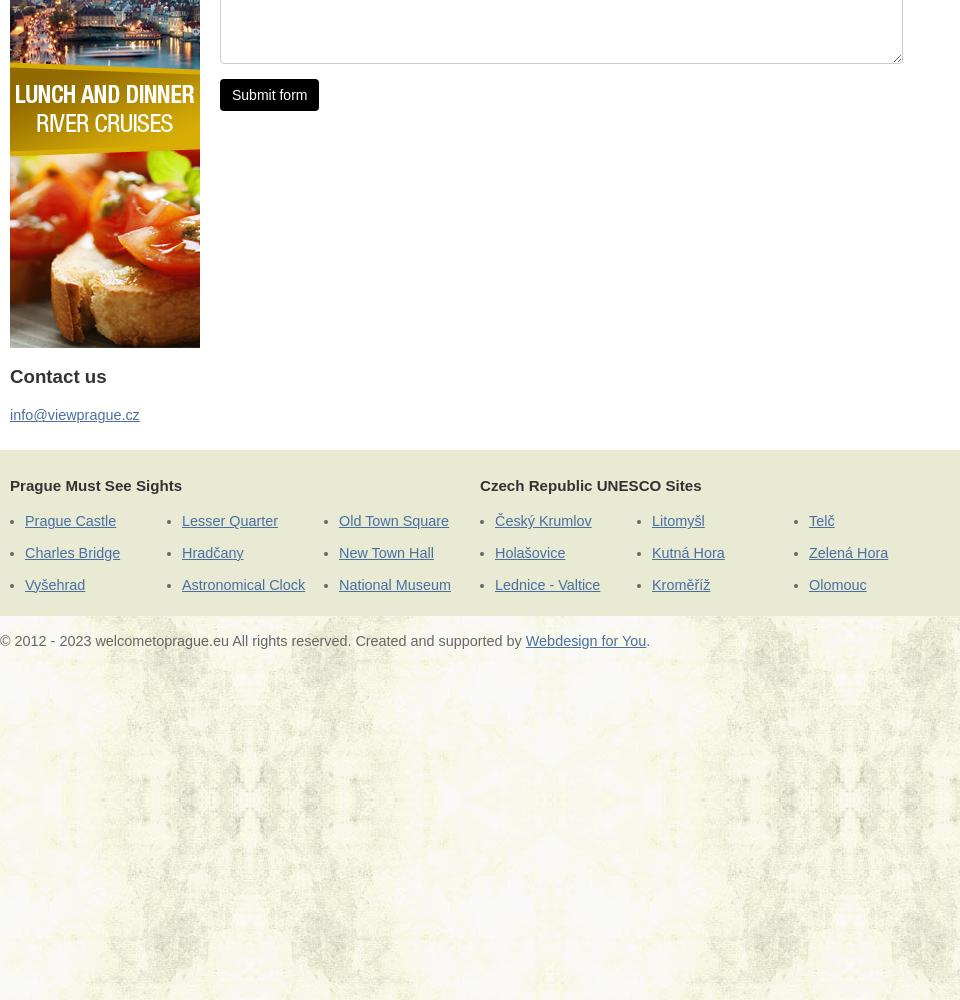 This screenshot has height=1000, width=960. Describe the element at coordinates (393, 583) in the screenshot. I see `'National Museum'` at that location.